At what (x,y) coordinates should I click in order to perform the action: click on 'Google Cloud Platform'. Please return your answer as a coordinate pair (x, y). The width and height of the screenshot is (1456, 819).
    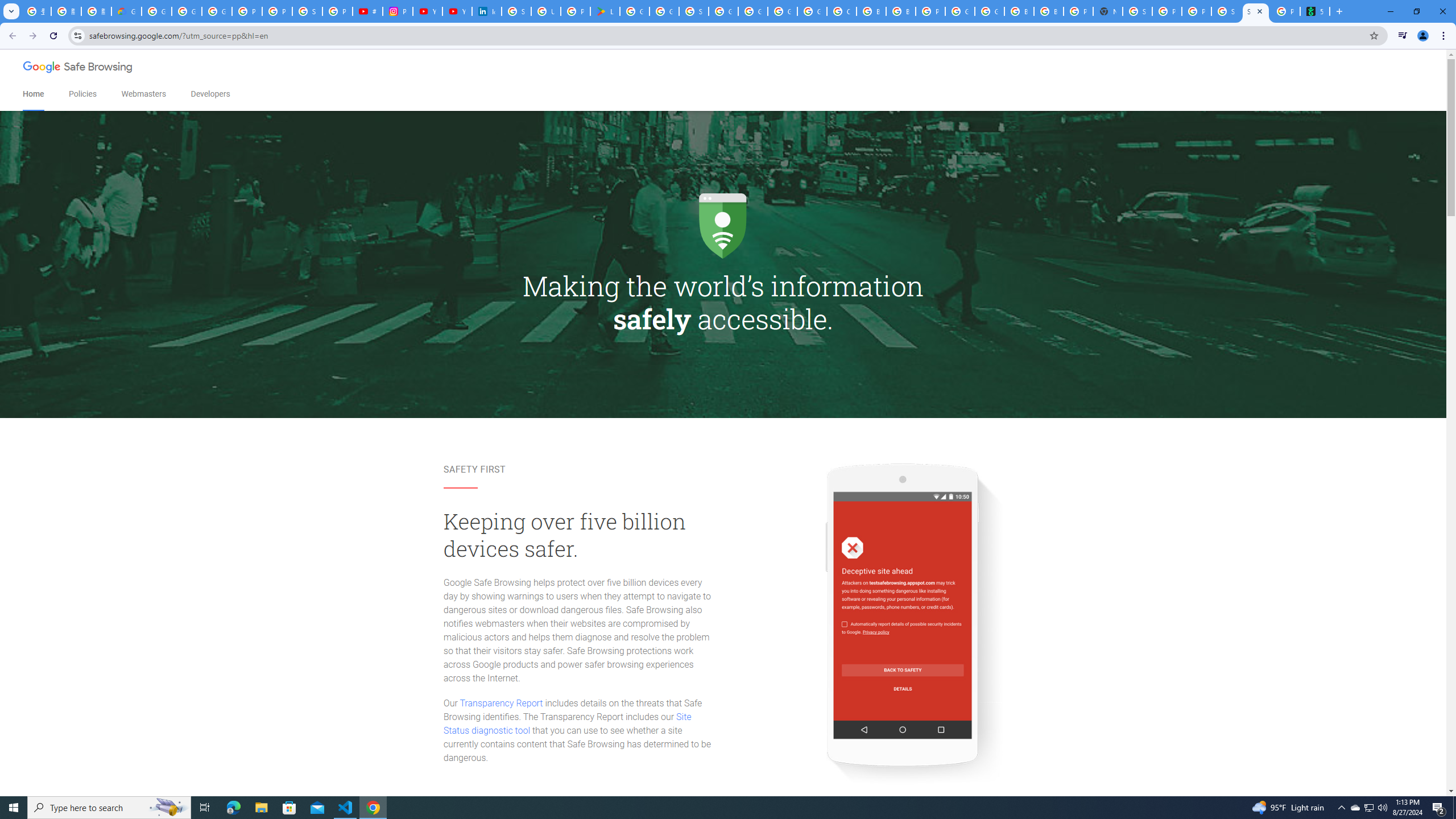
    Looking at the image, I should click on (988, 11).